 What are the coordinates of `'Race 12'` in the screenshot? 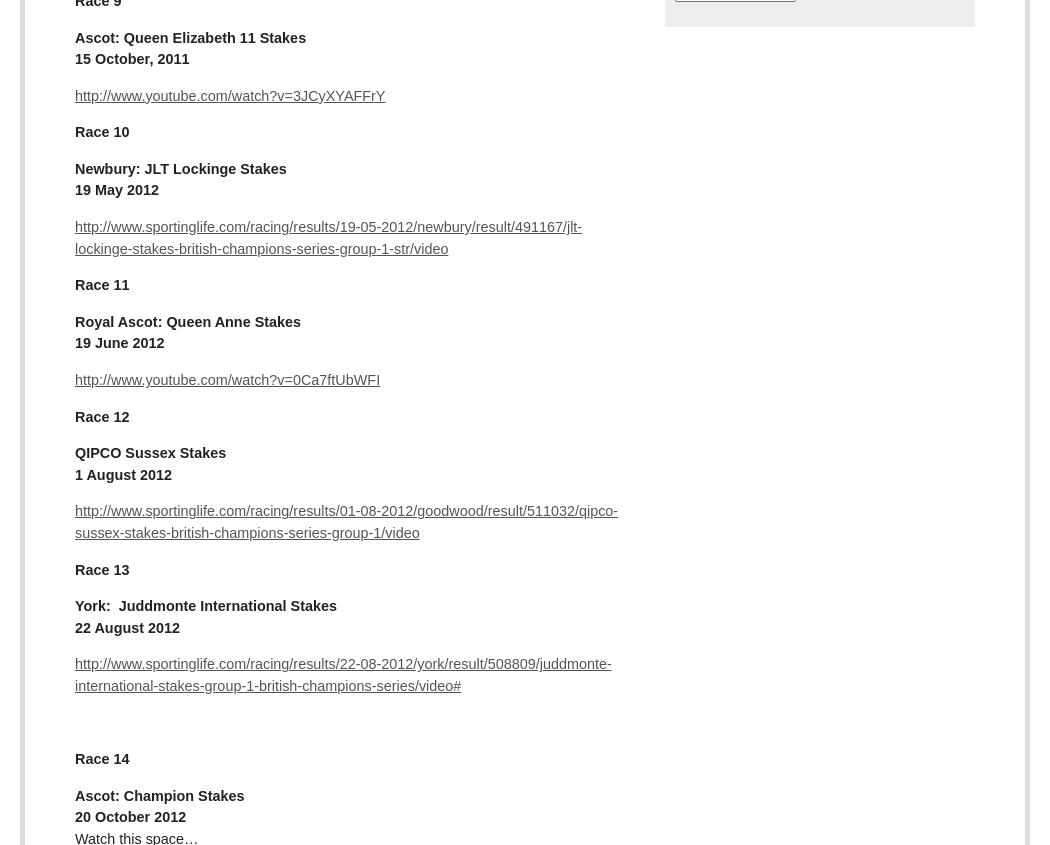 It's located at (101, 414).